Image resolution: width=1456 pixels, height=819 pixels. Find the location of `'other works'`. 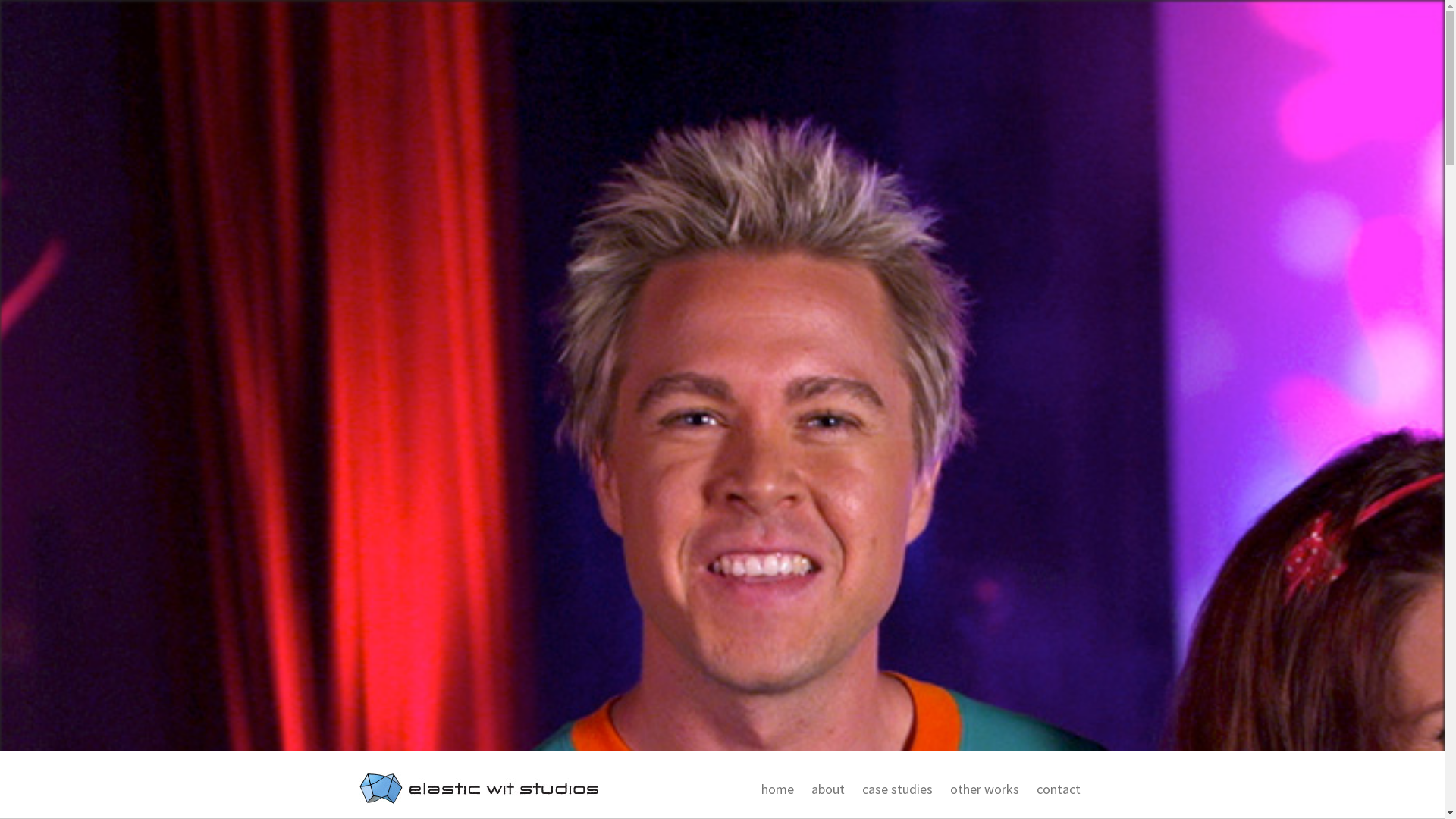

'other works' is located at coordinates (938, 789).